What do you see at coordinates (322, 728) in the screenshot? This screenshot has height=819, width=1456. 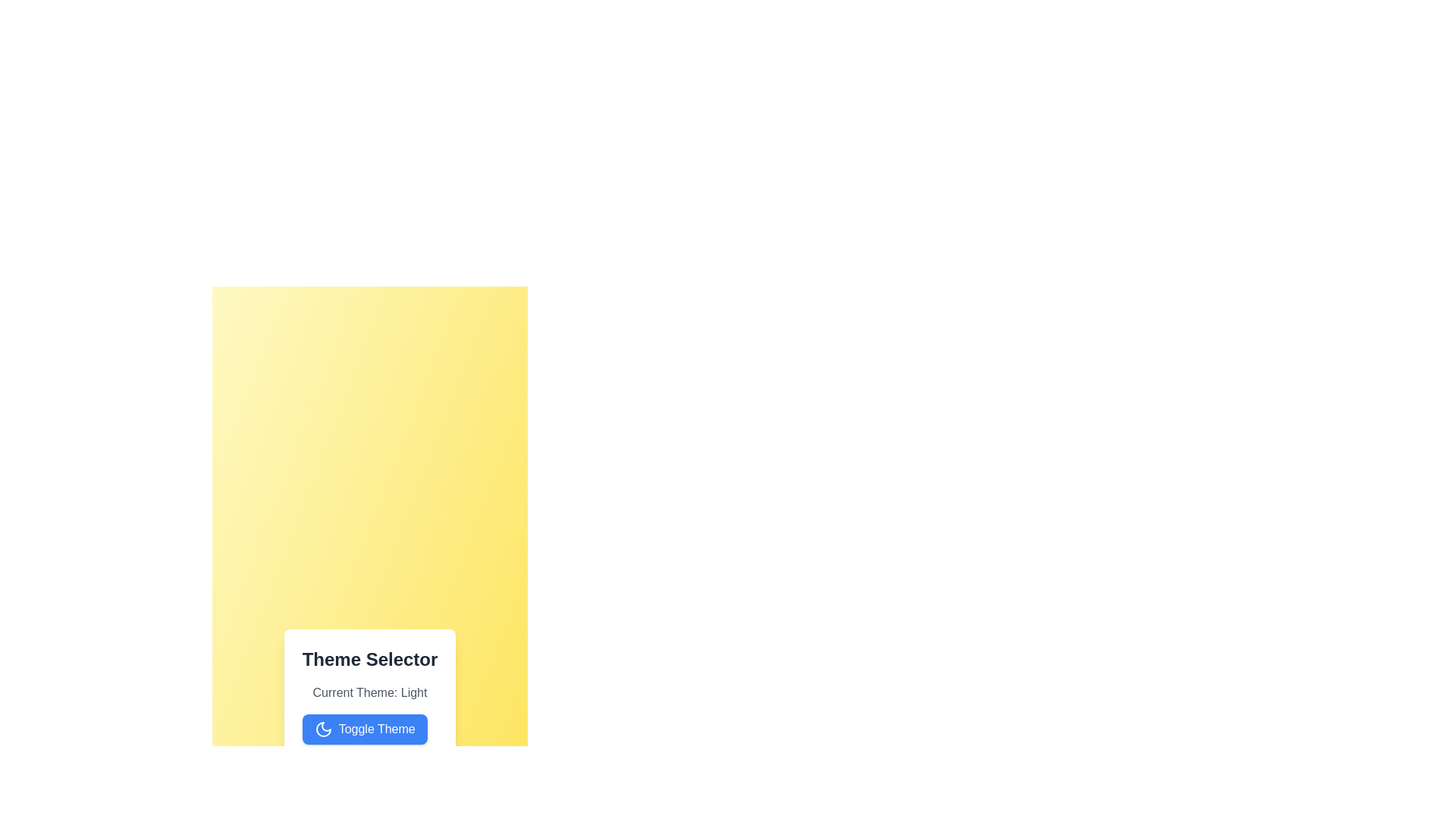 I see `the moon icon and verify that it represents the 'Light' theme` at bounding box center [322, 728].